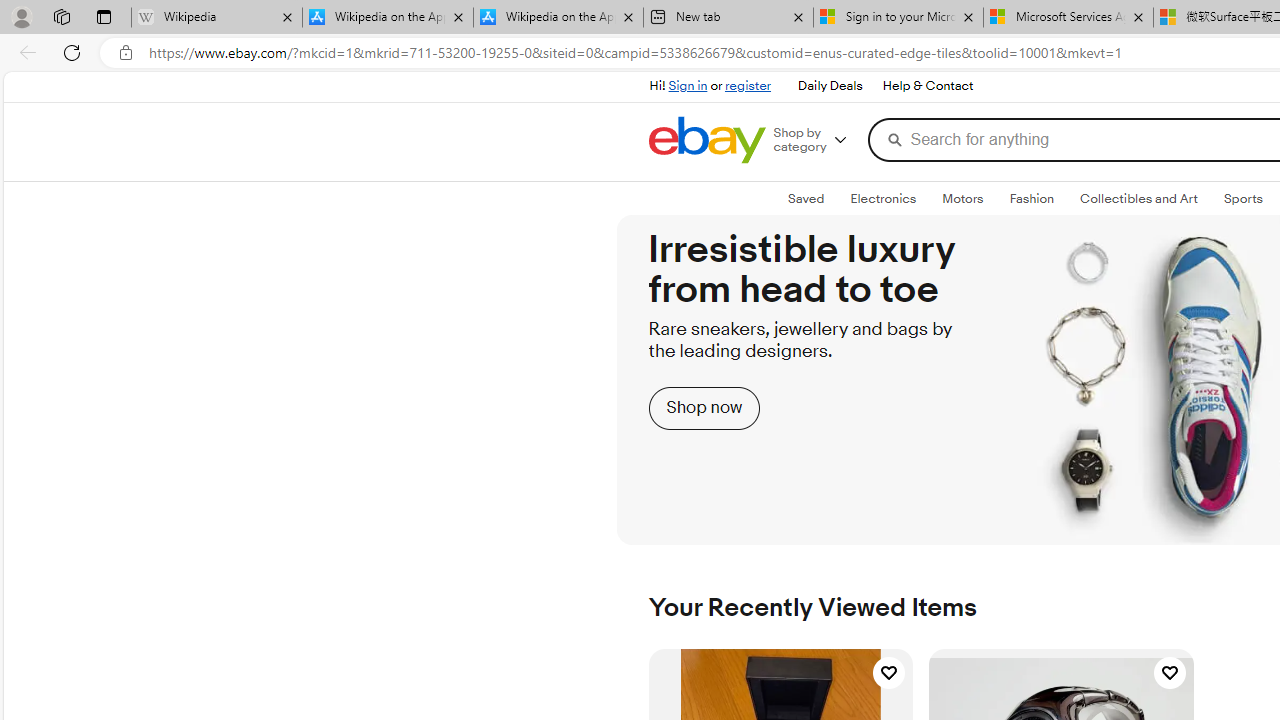 This screenshot has height=720, width=1280. Describe the element at coordinates (1242, 199) in the screenshot. I see `'SportsExpand: Sports'` at that location.